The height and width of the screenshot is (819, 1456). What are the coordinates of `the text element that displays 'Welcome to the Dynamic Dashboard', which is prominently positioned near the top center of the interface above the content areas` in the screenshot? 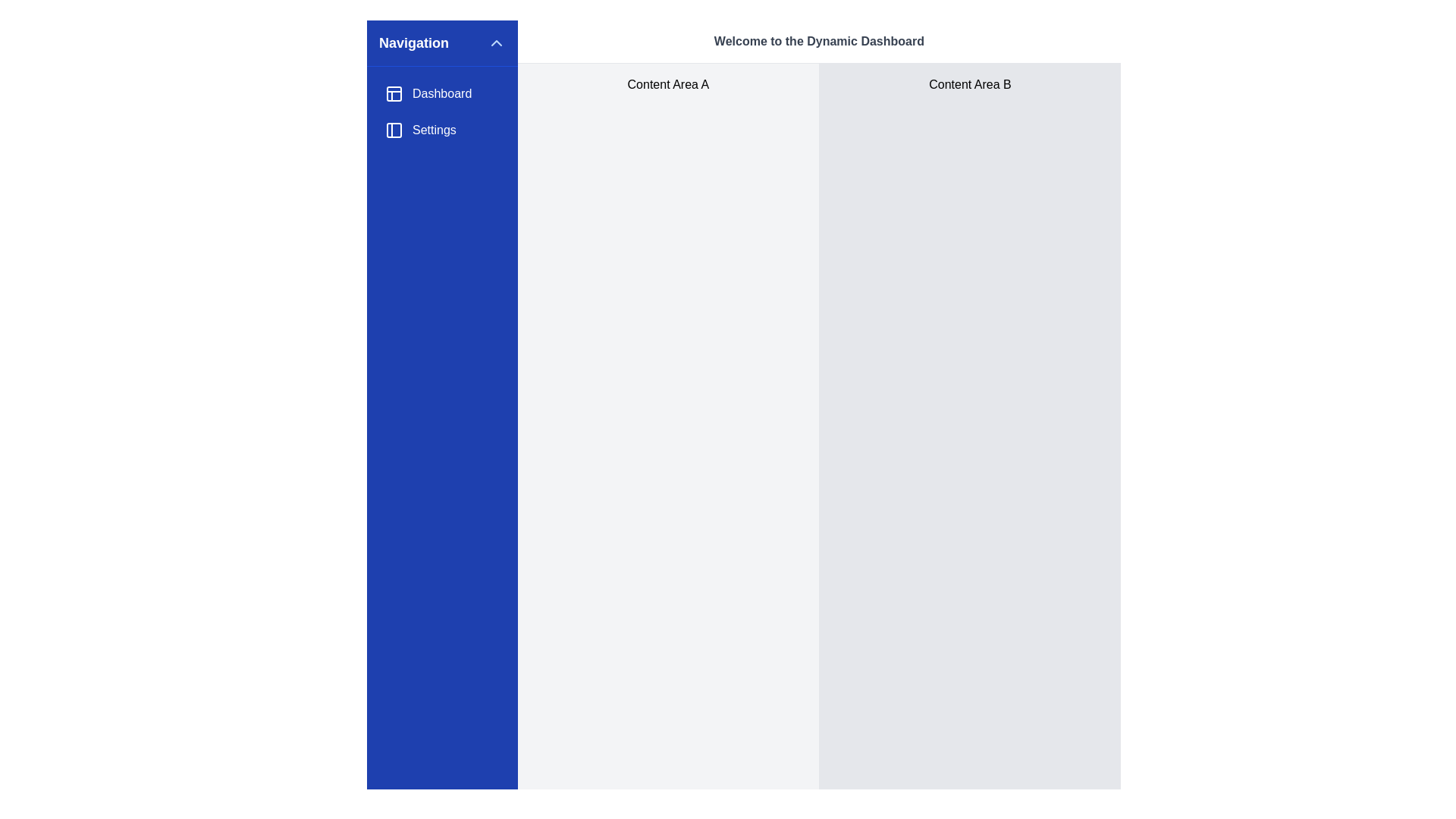 It's located at (818, 40).